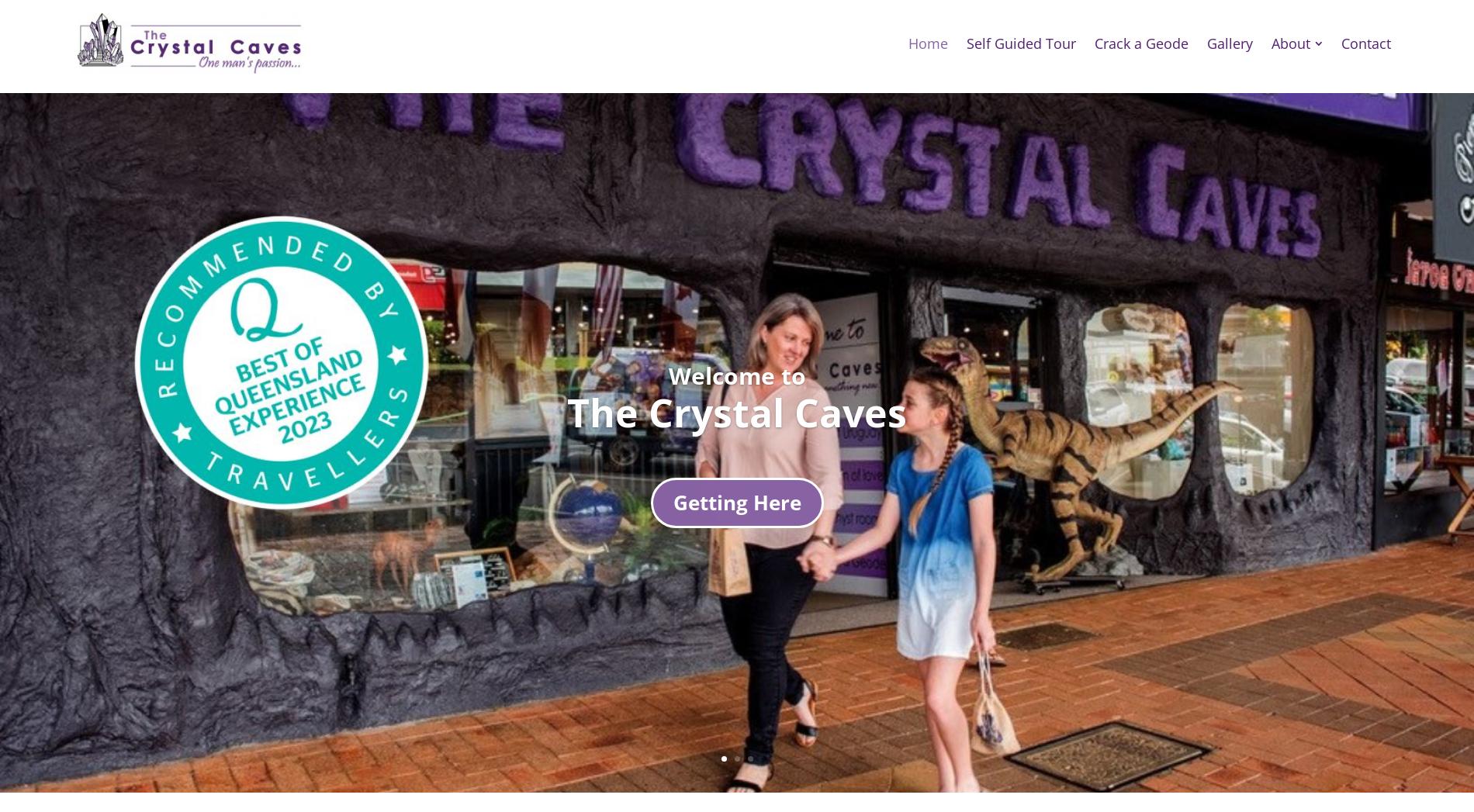 The image size is (1474, 812). I want to click on 'Touch, engage and experience natural crystals & prehistoric fossils in one of the worlds most extraordinary collections', so click(234, 541).